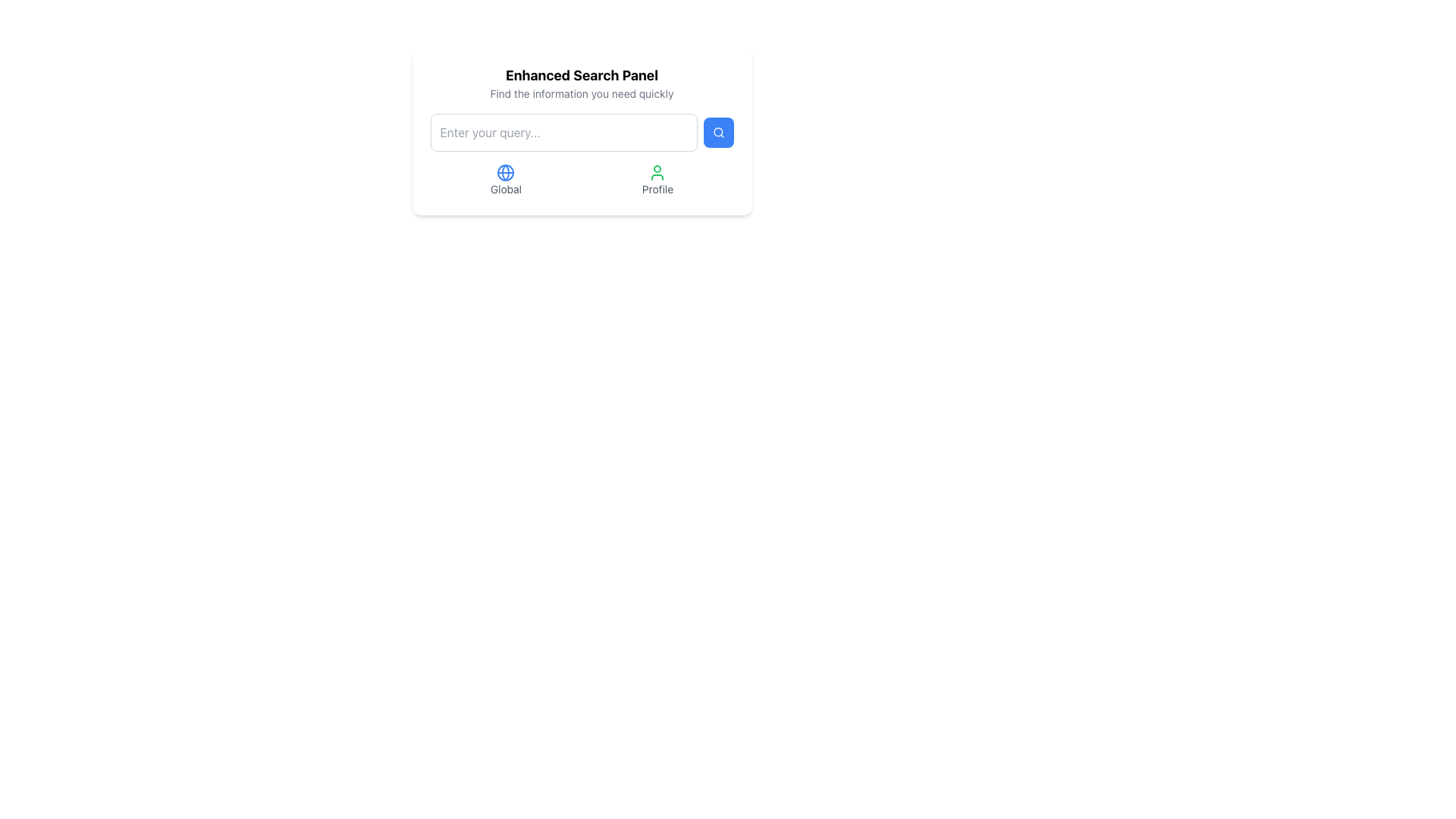  What do you see at coordinates (581, 93) in the screenshot?
I see `the text label that provides context to the 'Enhanced Search Panel' heading, located centrally at the top of the interface` at bounding box center [581, 93].